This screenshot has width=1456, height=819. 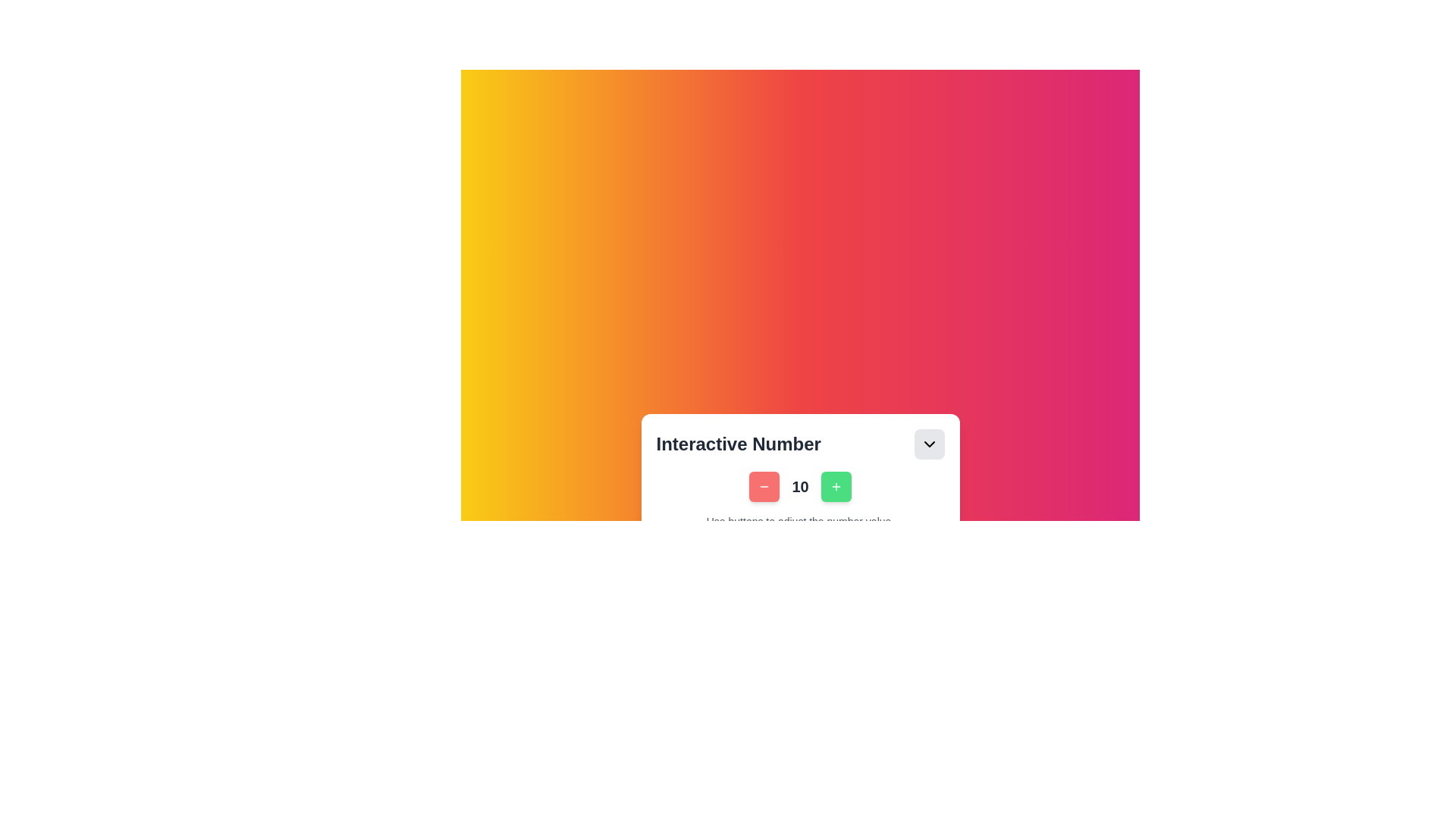 What do you see at coordinates (764, 486) in the screenshot?
I see `the leftmost Decrement Button` at bounding box center [764, 486].